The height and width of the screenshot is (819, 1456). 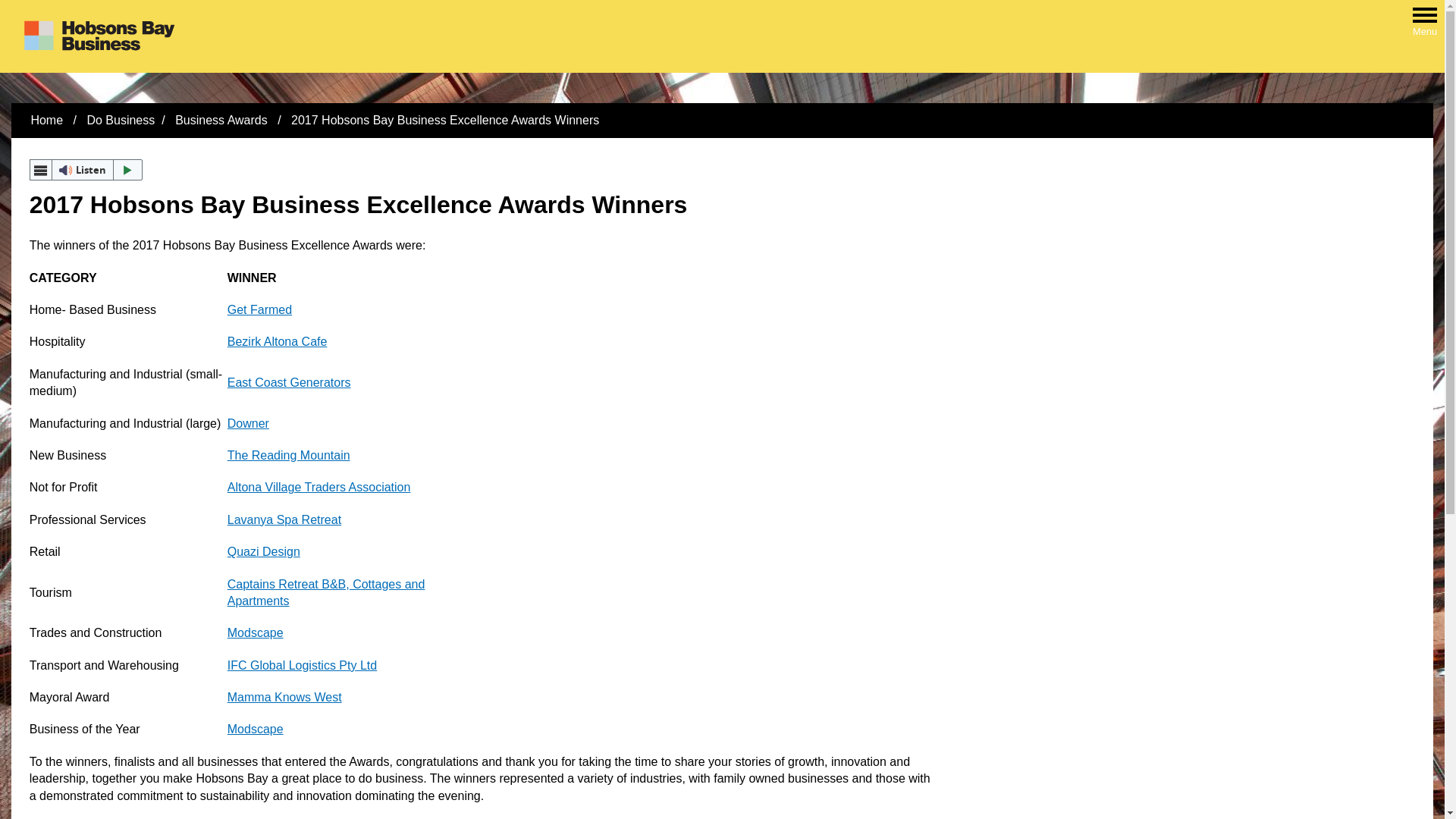 I want to click on 'East Coast Generators', so click(x=289, y=381).